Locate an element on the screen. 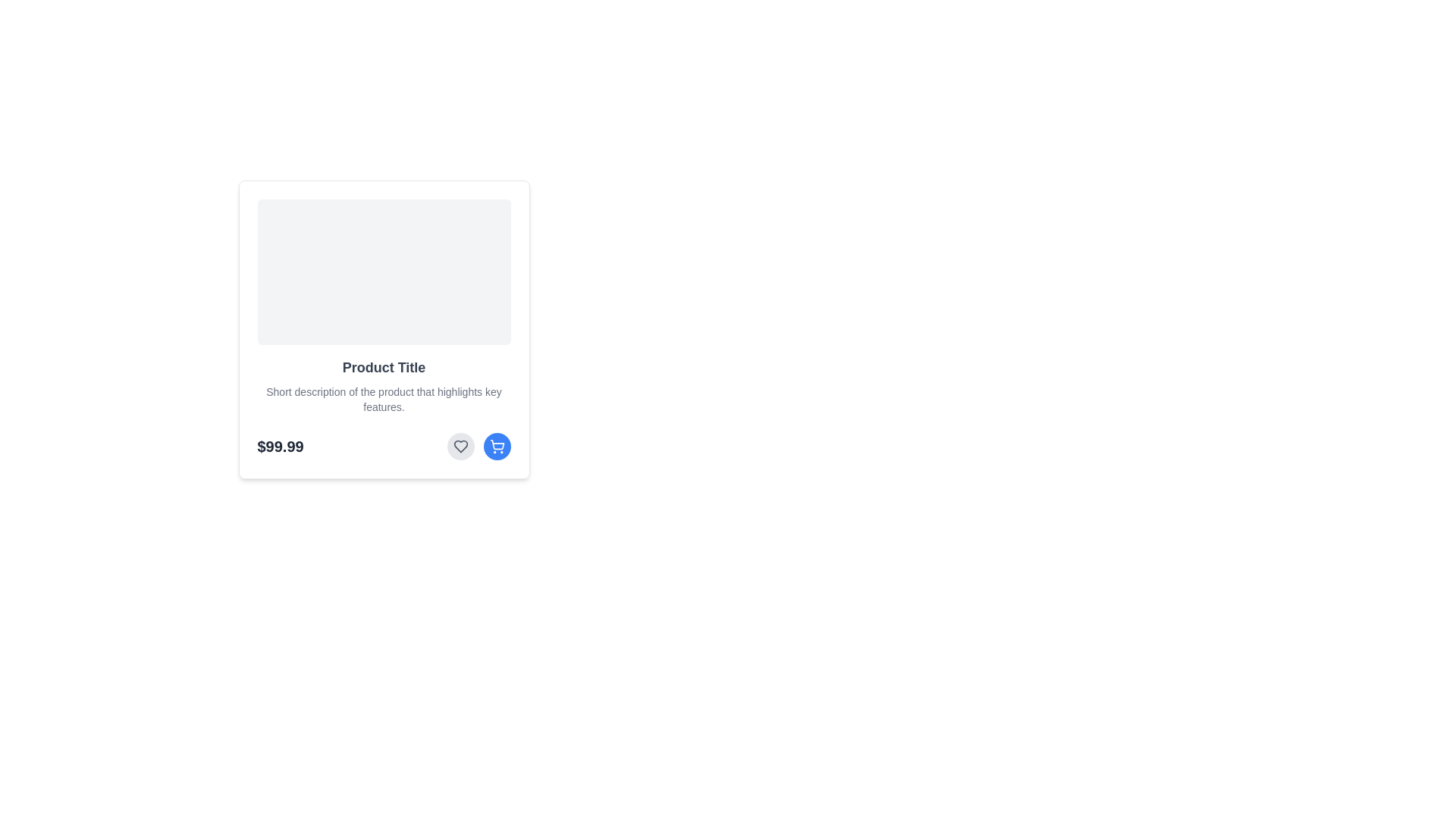 The image size is (1456, 819). the circular gray button with a heart icon located in the bottom section of the card interface is located at coordinates (460, 446).